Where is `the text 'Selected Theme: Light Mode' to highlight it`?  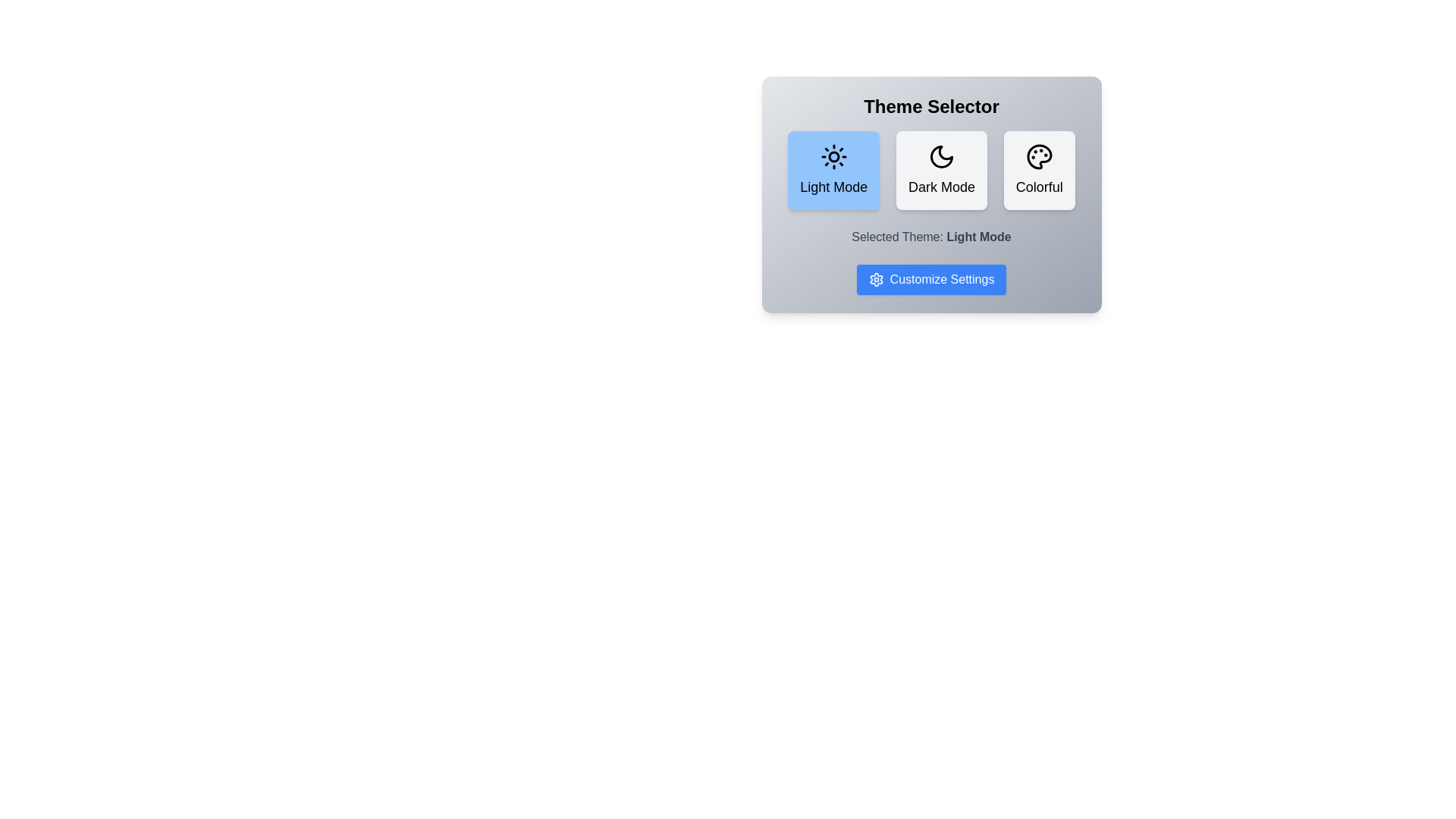
the text 'Selected Theme: Light Mode' to highlight it is located at coordinates (930, 237).